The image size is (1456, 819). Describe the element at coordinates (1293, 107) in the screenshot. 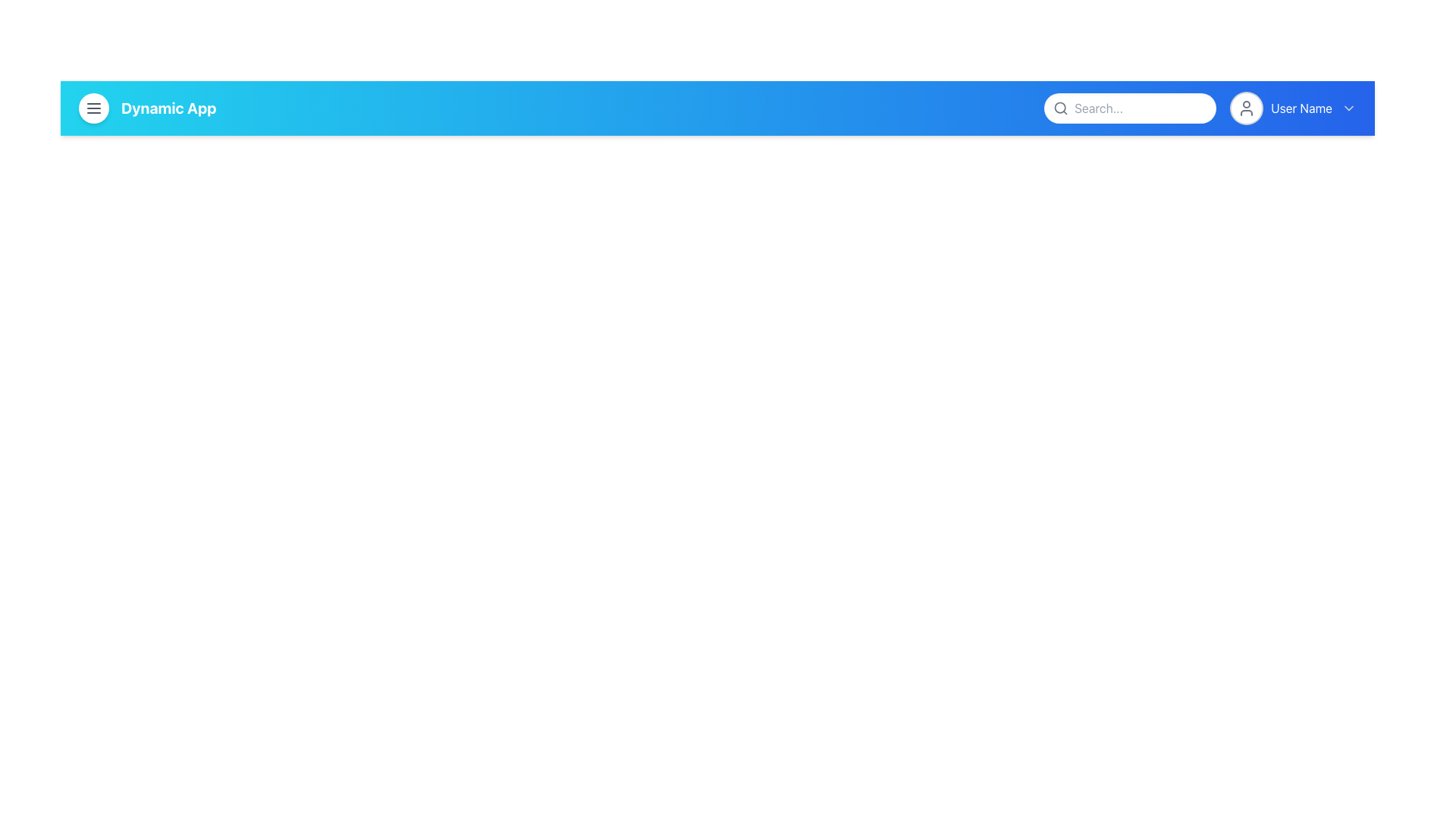

I see `the Profile menu toggle located on the far-right of the header bar` at that location.